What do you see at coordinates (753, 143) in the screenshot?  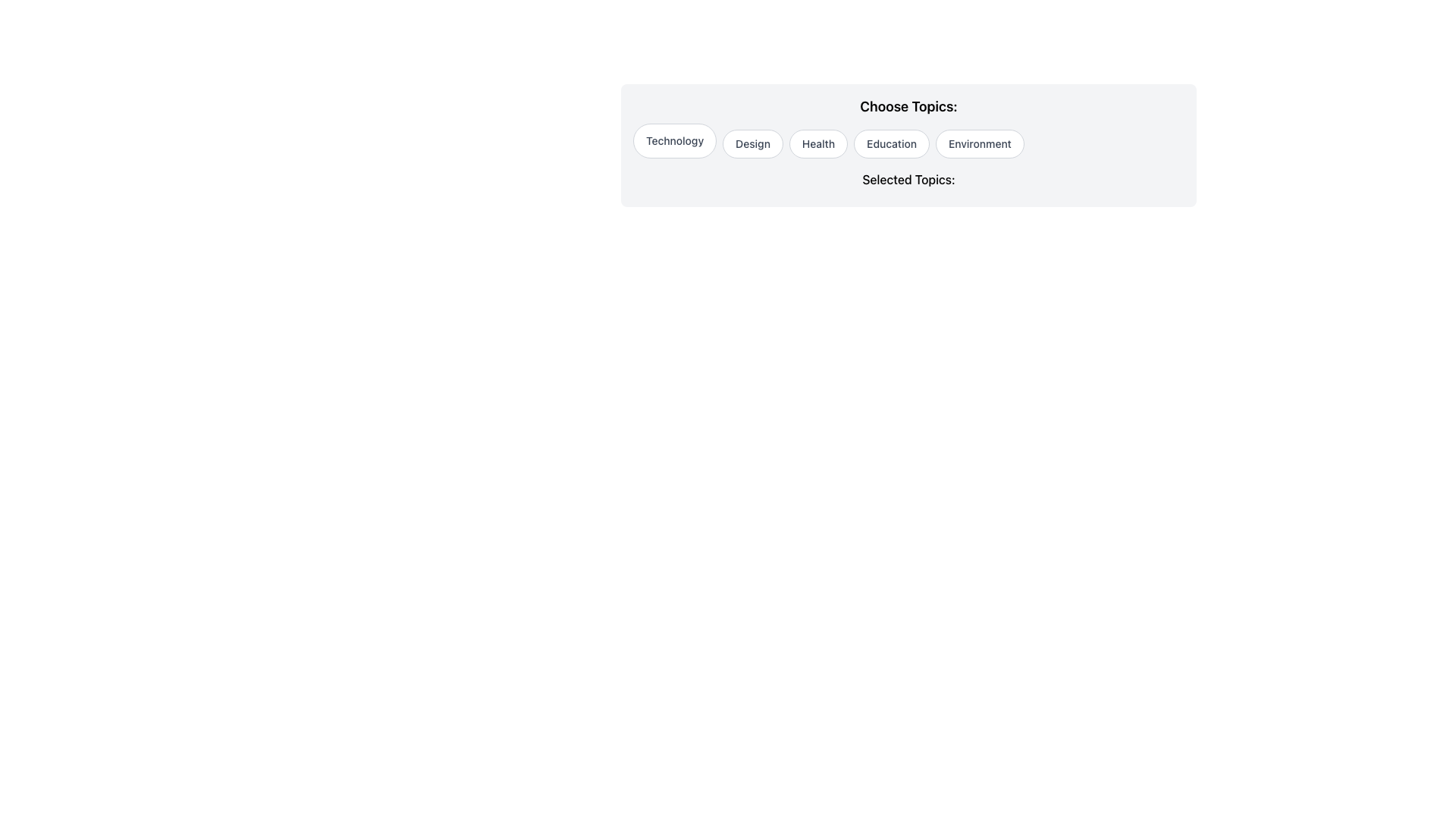 I see `the 'Design' button` at bounding box center [753, 143].